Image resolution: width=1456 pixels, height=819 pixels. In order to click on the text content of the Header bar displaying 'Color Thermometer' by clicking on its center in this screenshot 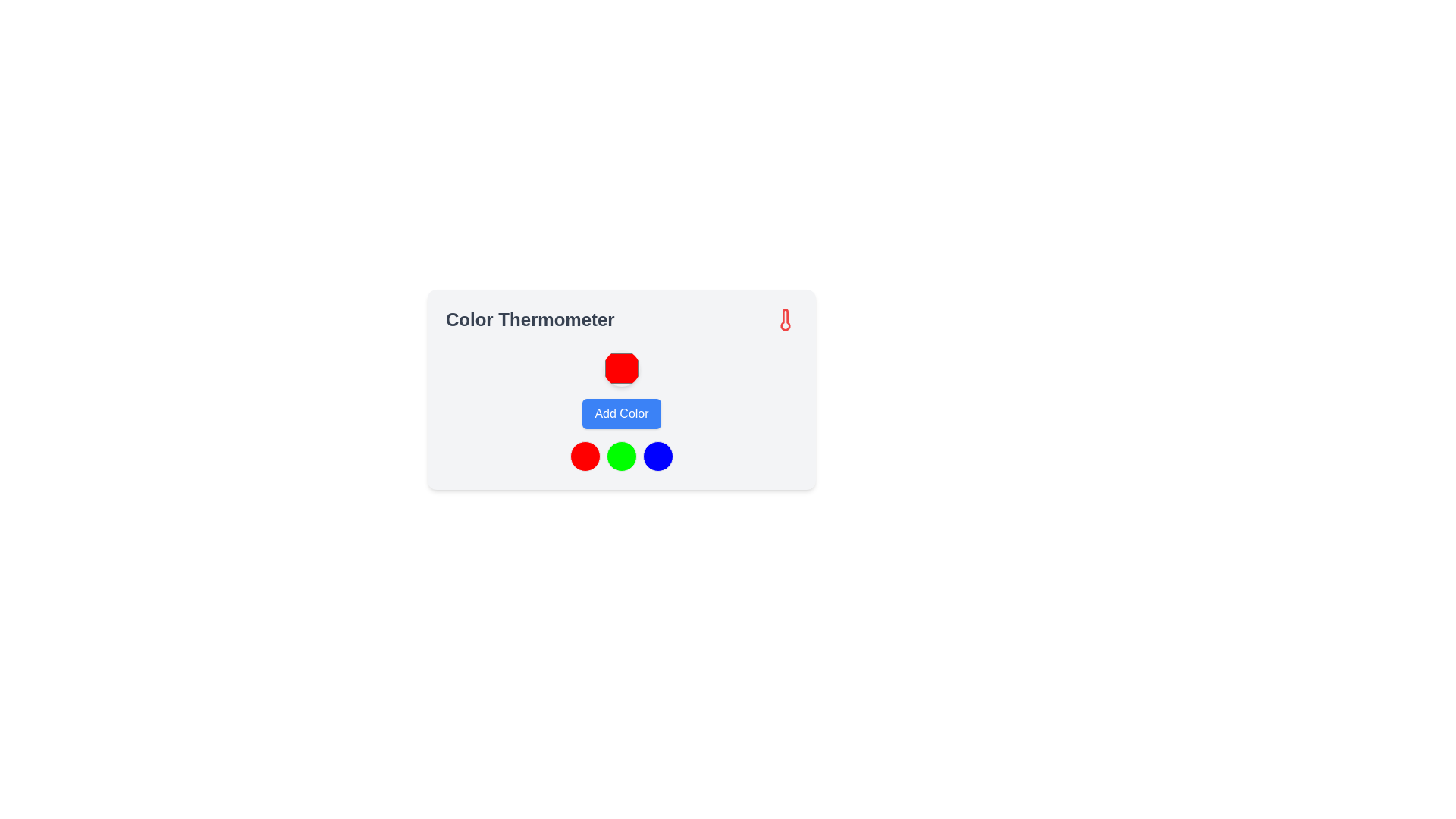, I will do `click(622, 318)`.